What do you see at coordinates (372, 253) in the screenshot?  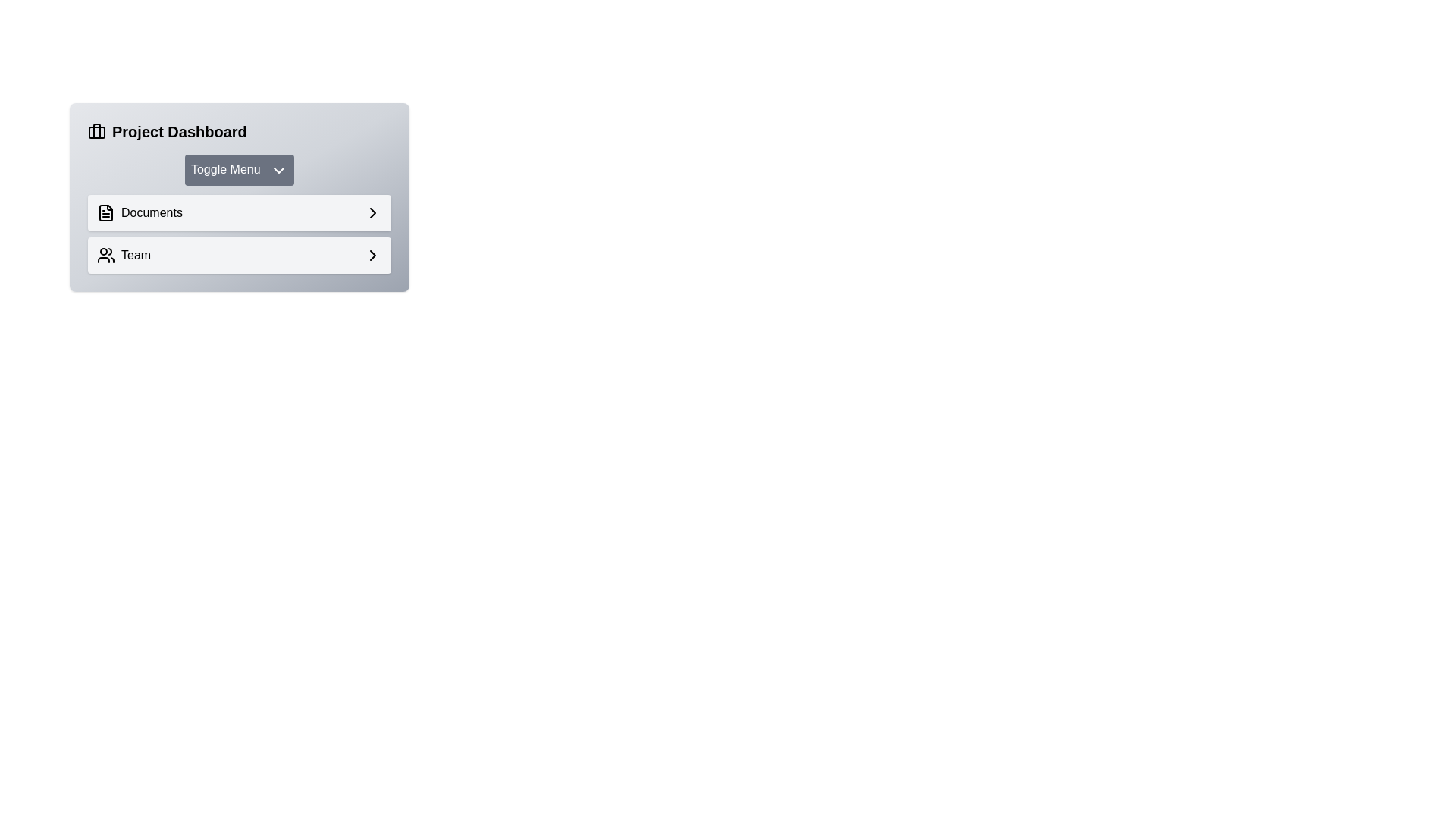 I see `the right-pointing chevron icon located to the right of the 'Team' text in the dashboard menu` at bounding box center [372, 253].